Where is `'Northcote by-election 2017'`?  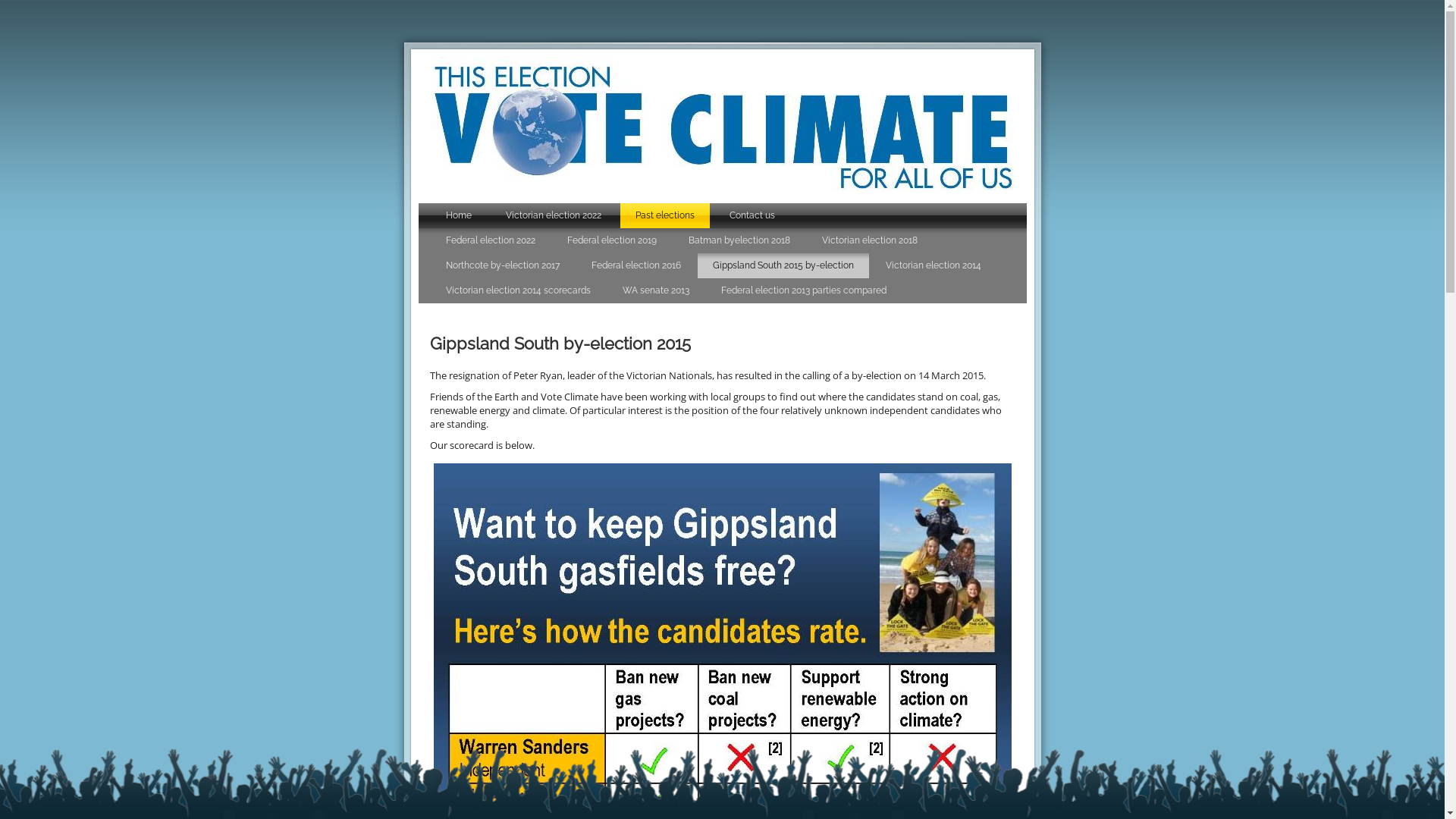 'Northcote by-election 2017' is located at coordinates (502, 265).